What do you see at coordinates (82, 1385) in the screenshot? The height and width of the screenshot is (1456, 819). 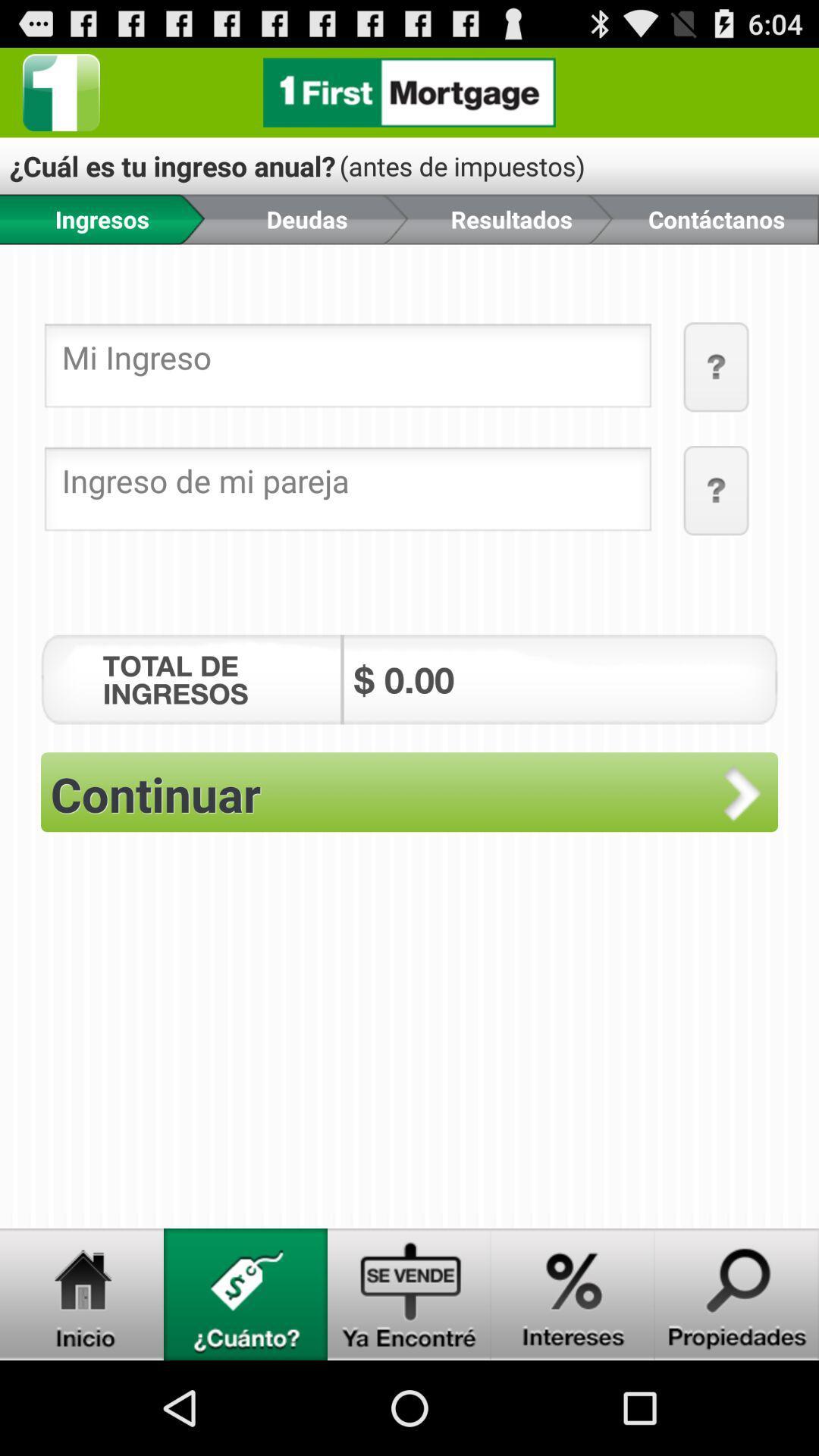 I see `the home icon` at bounding box center [82, 1385].